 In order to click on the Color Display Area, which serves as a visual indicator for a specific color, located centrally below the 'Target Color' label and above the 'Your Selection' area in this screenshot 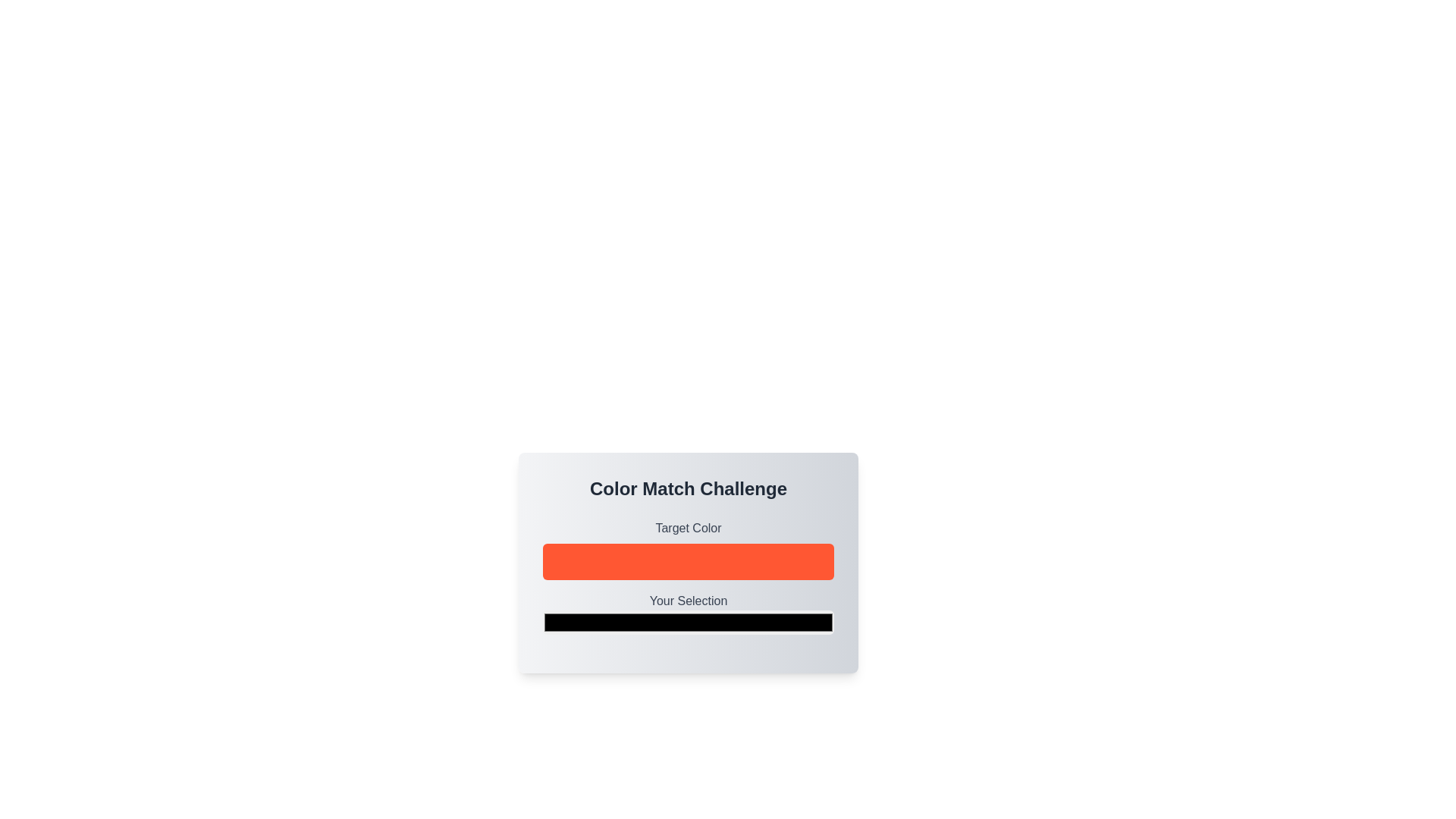, I will do `click(687, 578)`.